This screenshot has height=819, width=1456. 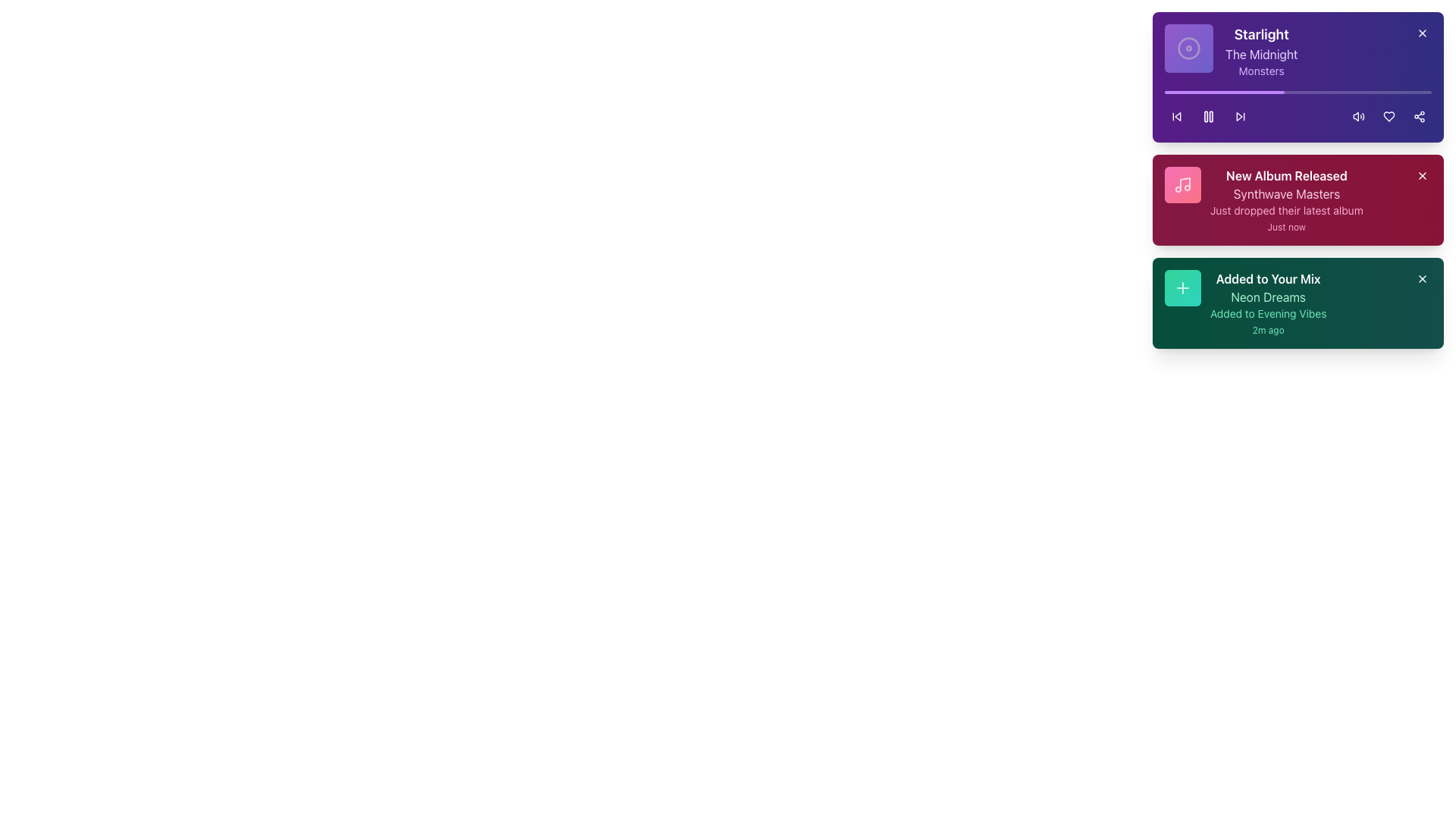 I want to click on the text label reading 'Added to Evening Vibes', which is styled in emerald green and positioned within a notification card, located below 'Neon Dreams' and above '2m ago', so click(x=1268, y=312).